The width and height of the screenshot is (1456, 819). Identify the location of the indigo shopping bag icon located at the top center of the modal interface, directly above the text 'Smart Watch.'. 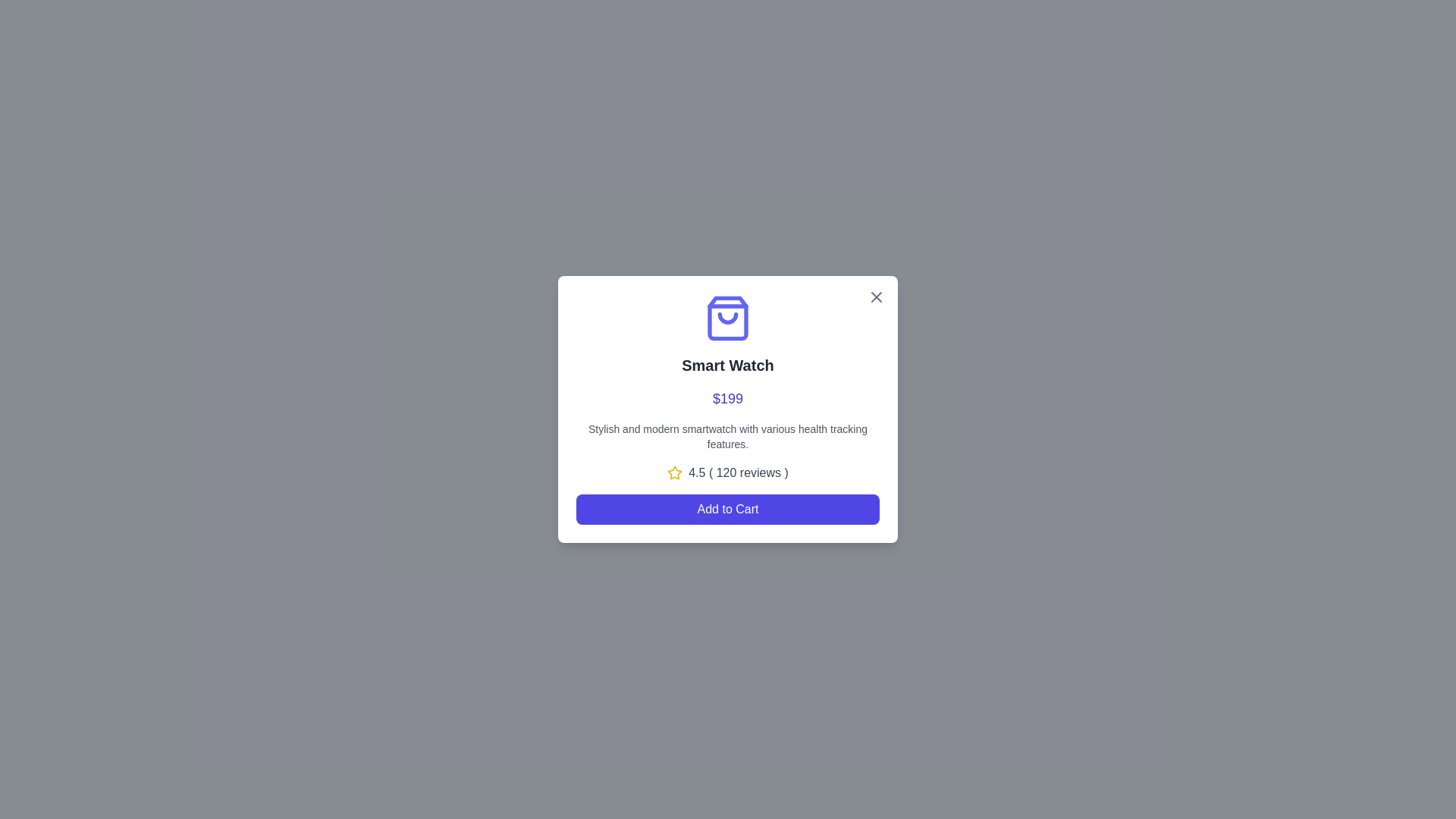
(728, 318).